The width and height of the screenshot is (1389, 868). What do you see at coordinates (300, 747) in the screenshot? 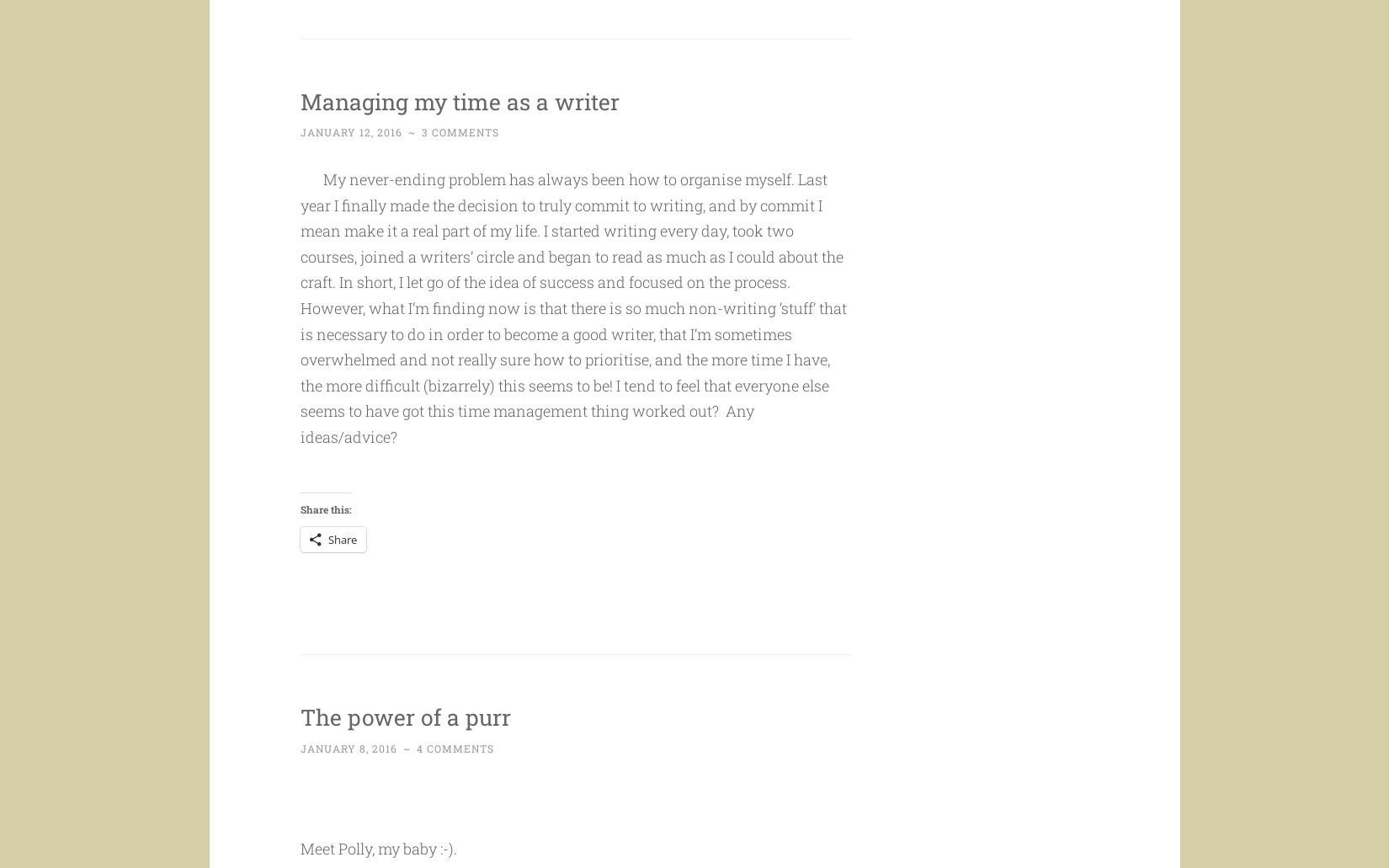
I see `'The power of a purr'` at bounding box center [300, 747].